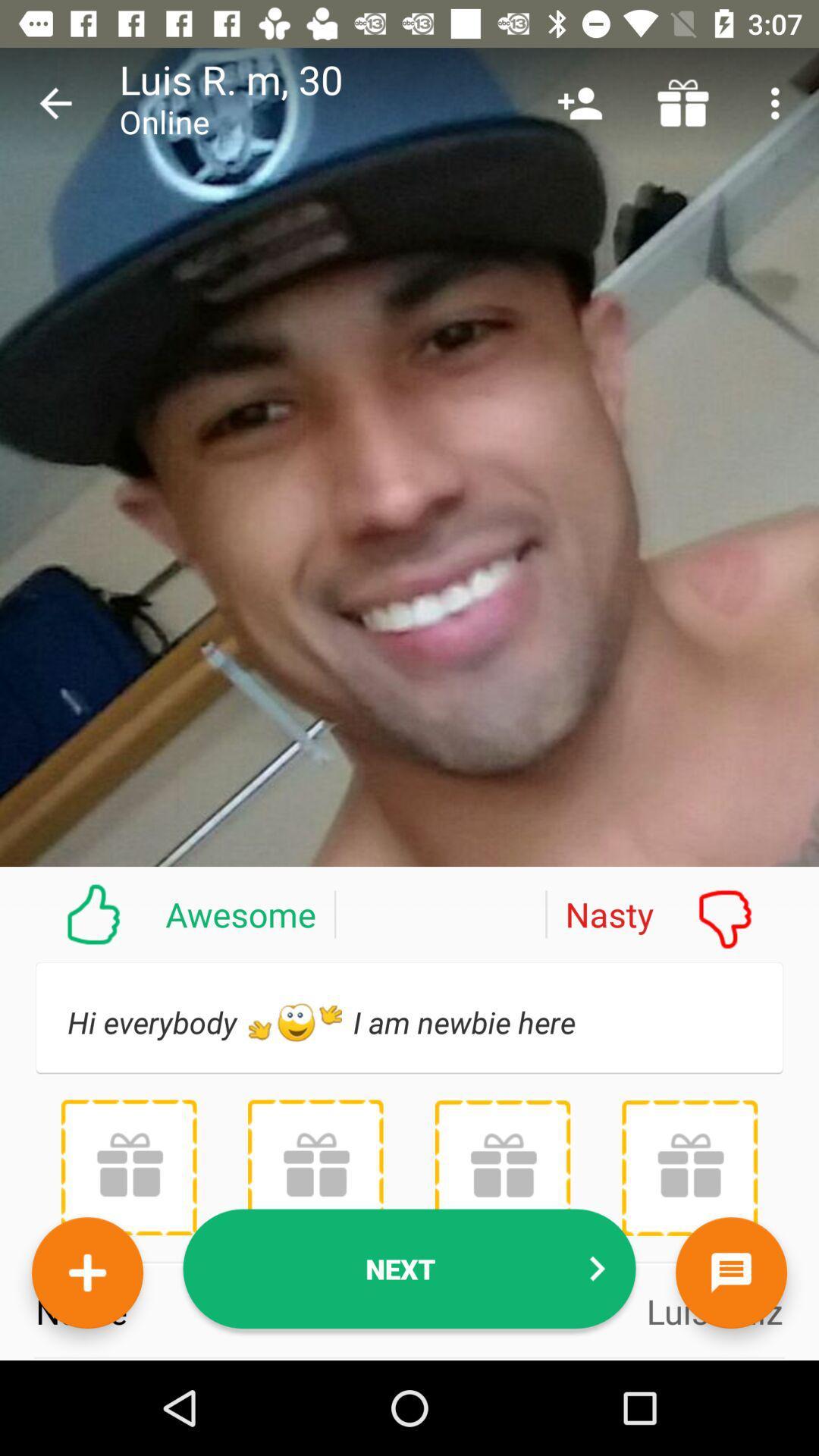 Image resolution: width=819 pixels, height=1456 pixels. Describe the element at coordinates (689, 1167) in the screenshot. I see `send a gift` at that location.